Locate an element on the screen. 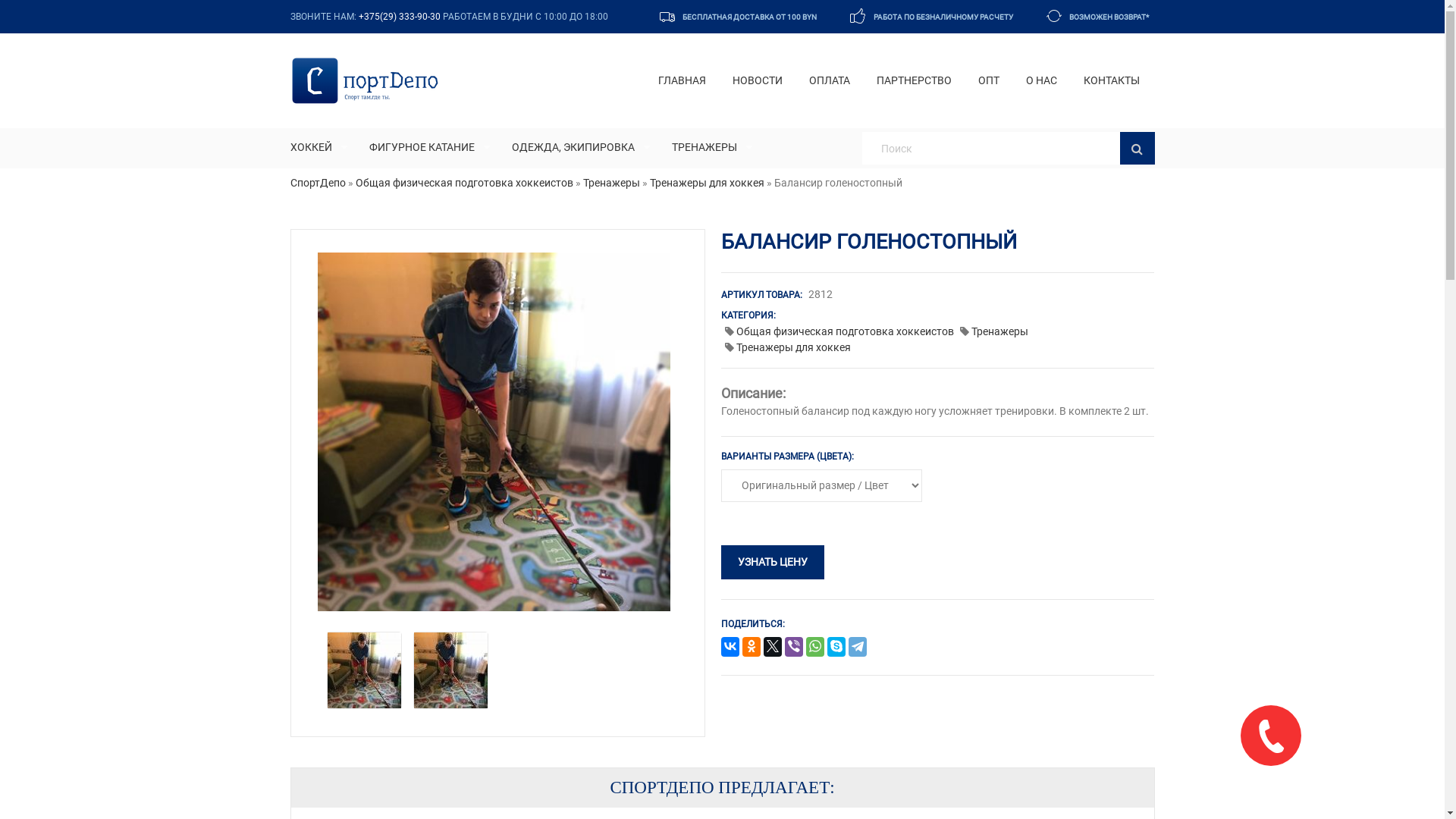 This screenshot has height=819, width=1456. 'Skype' is located at coordinates (836, 647).